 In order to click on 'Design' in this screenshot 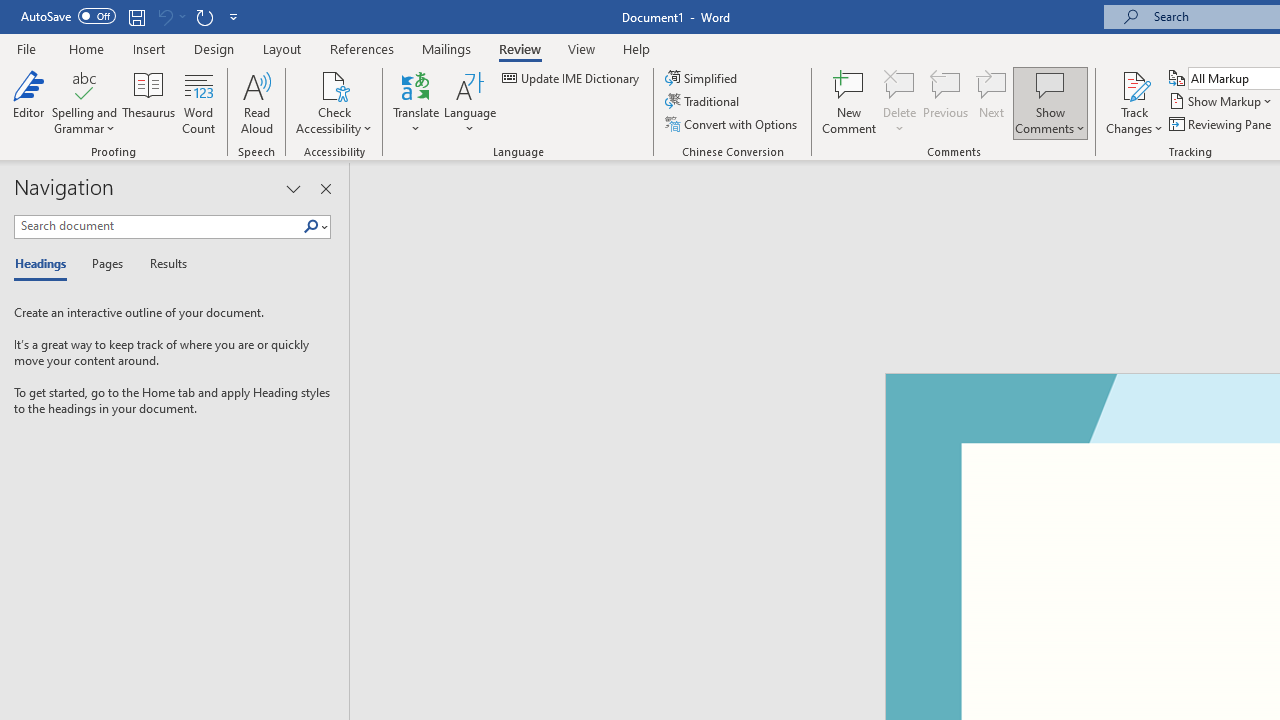, I will do `click(214, 48)`.